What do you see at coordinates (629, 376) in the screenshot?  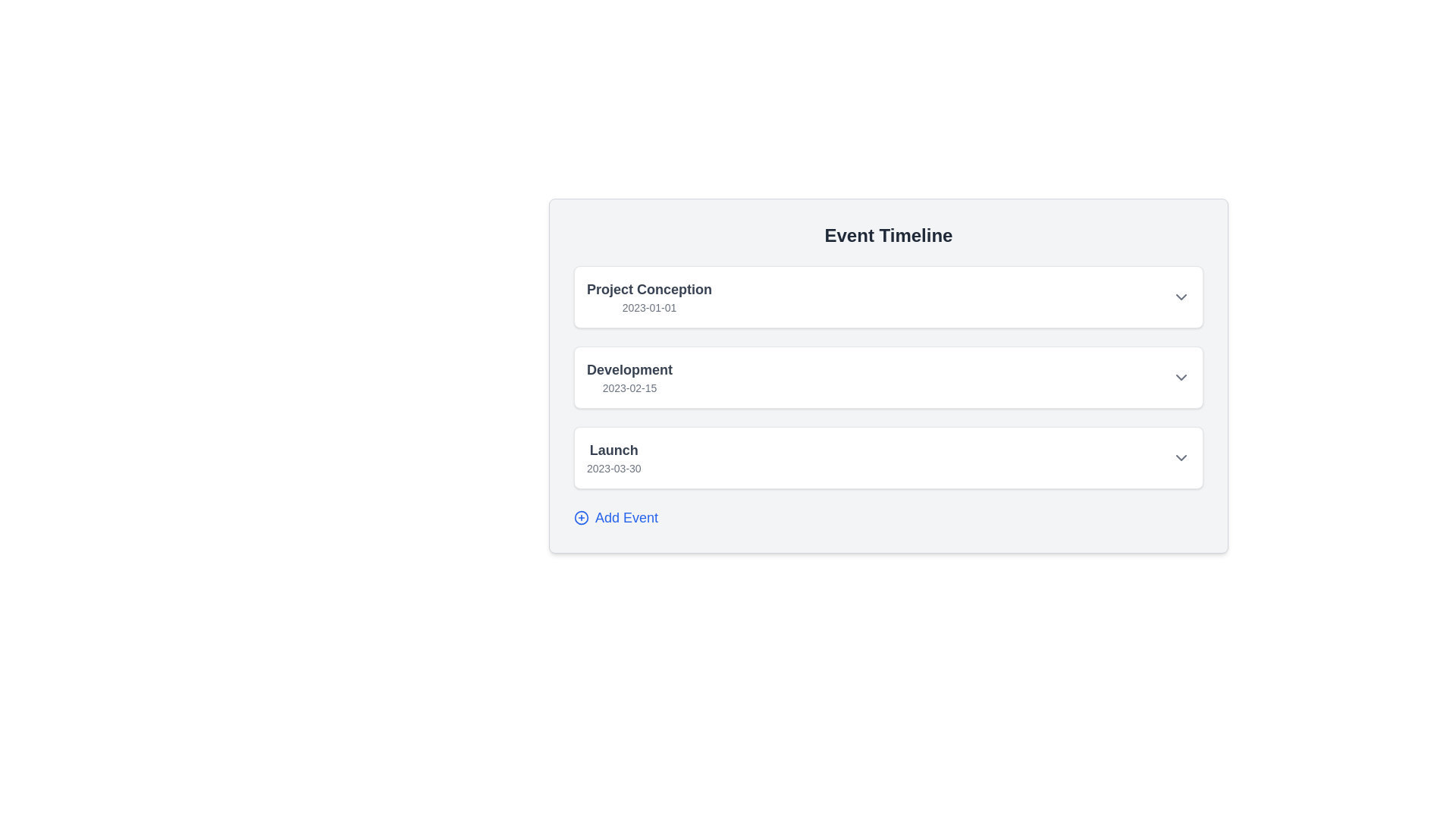 I see `the Text display element showing 'Development' in bold, dark gray color, which is positioned above '2023-02-15' in a timeline list` at bounding box center [629, 376].